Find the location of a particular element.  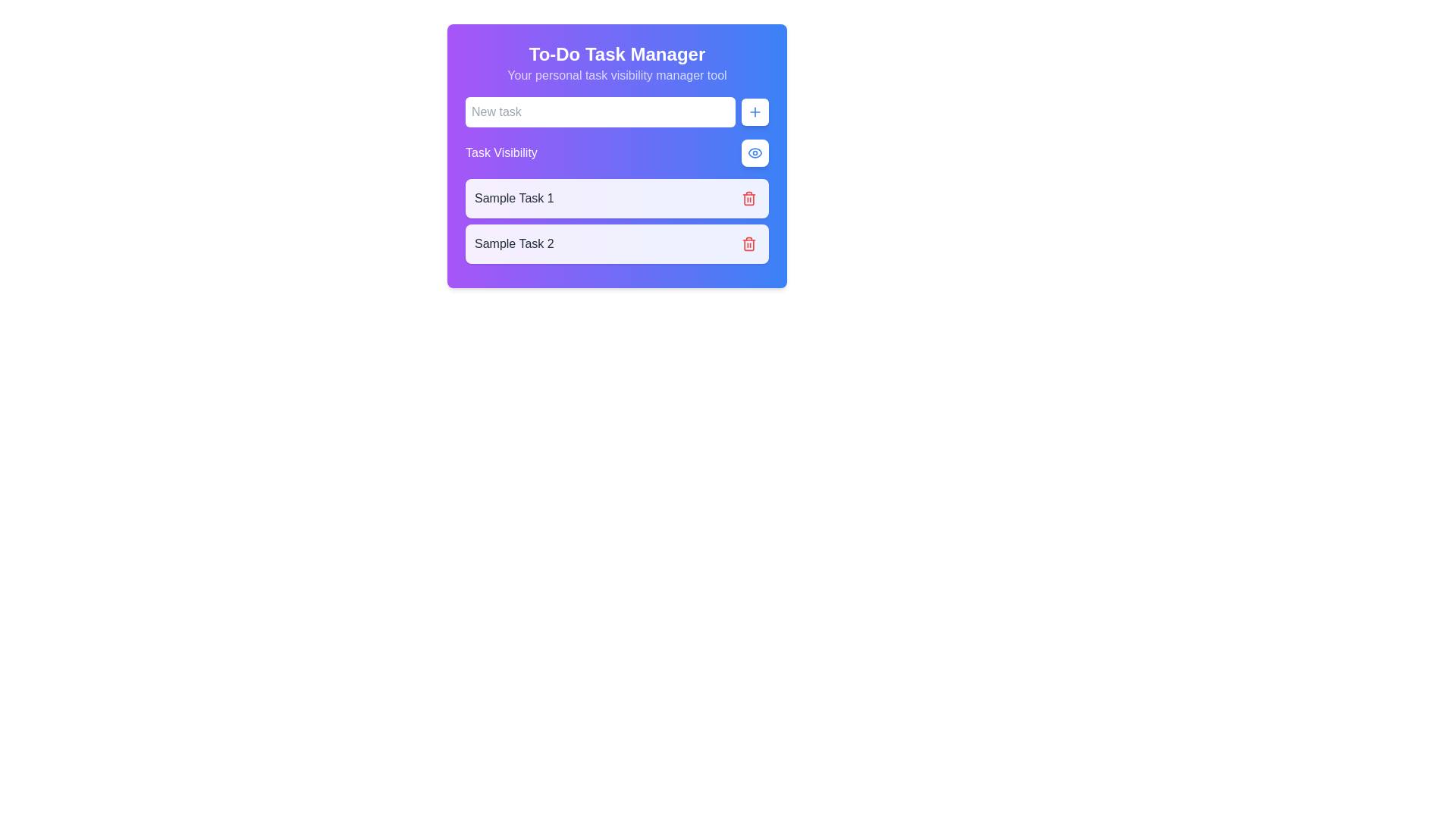

the label reading 'Sample Task 1' located in the top entry of the vertical list under 'Task Visibility', which is styled in gray and positioned inside a white rounded box to the left of a red trash can icon is located at coordinates (514, 198).